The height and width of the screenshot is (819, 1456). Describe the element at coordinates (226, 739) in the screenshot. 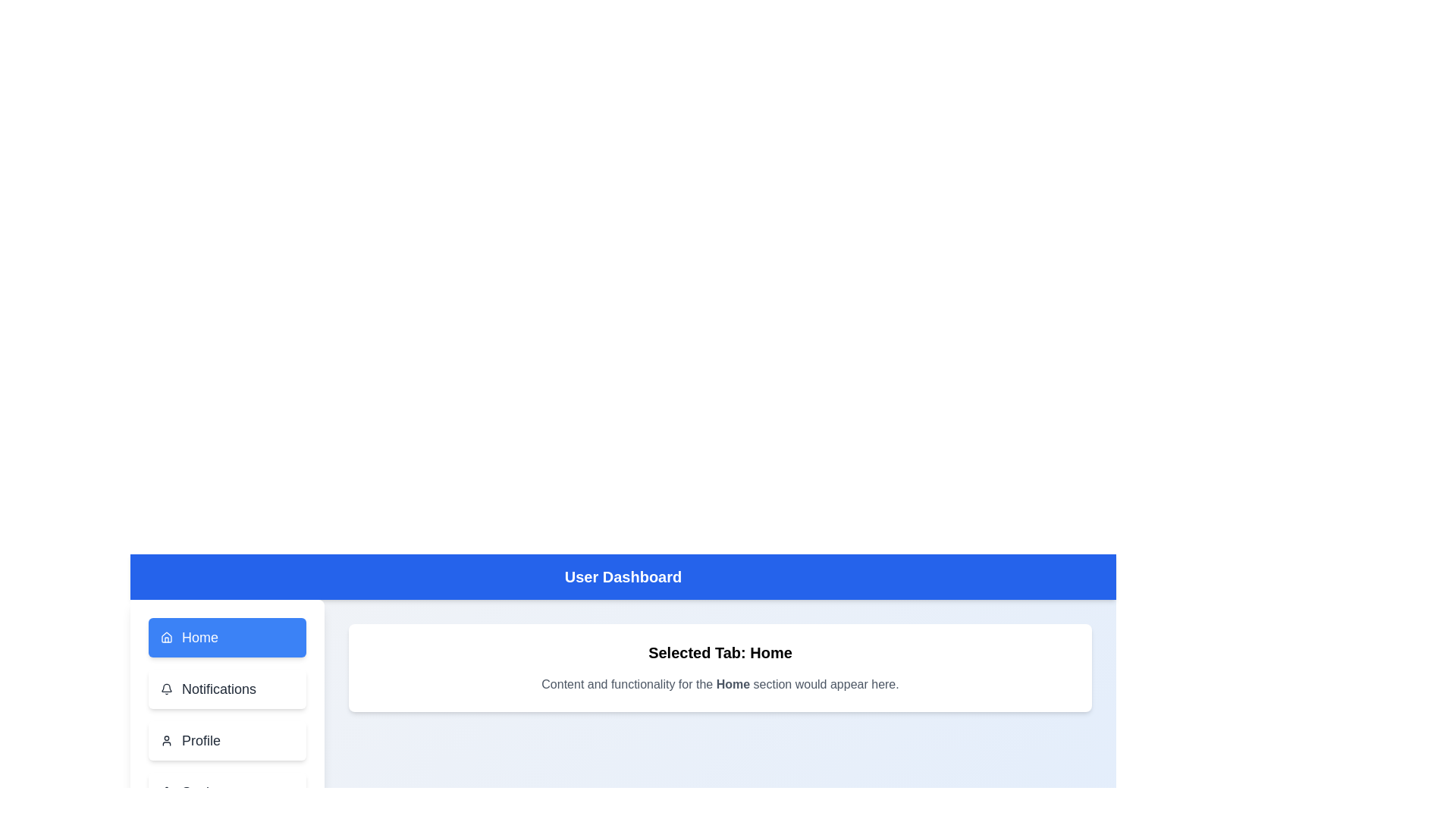

I see `the navigation button labeled Profile` at that location.